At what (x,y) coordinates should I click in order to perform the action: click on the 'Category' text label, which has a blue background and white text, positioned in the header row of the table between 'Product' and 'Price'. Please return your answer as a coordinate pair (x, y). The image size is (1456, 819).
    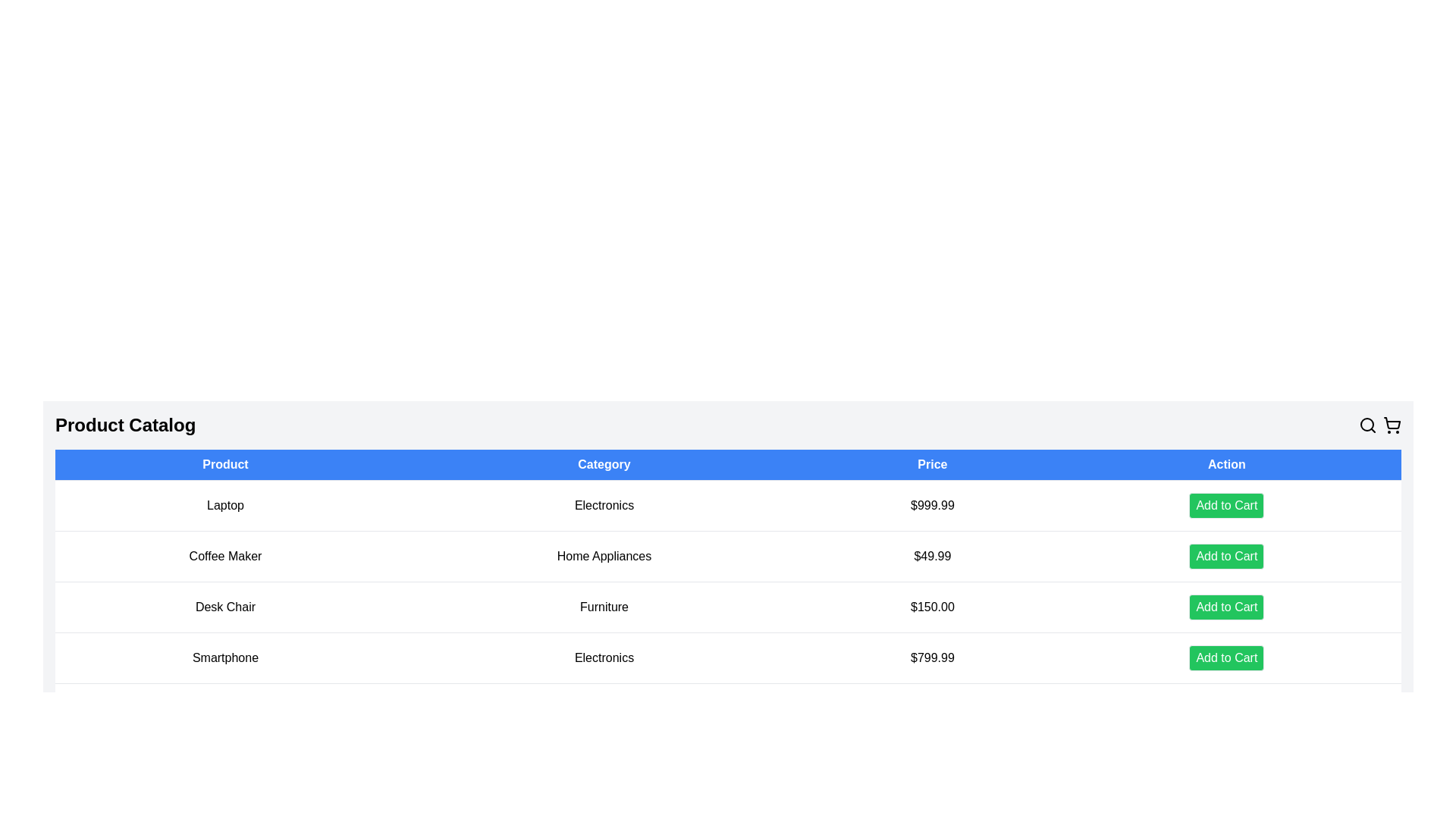
    Looking at the image, I should click on (603, 464).